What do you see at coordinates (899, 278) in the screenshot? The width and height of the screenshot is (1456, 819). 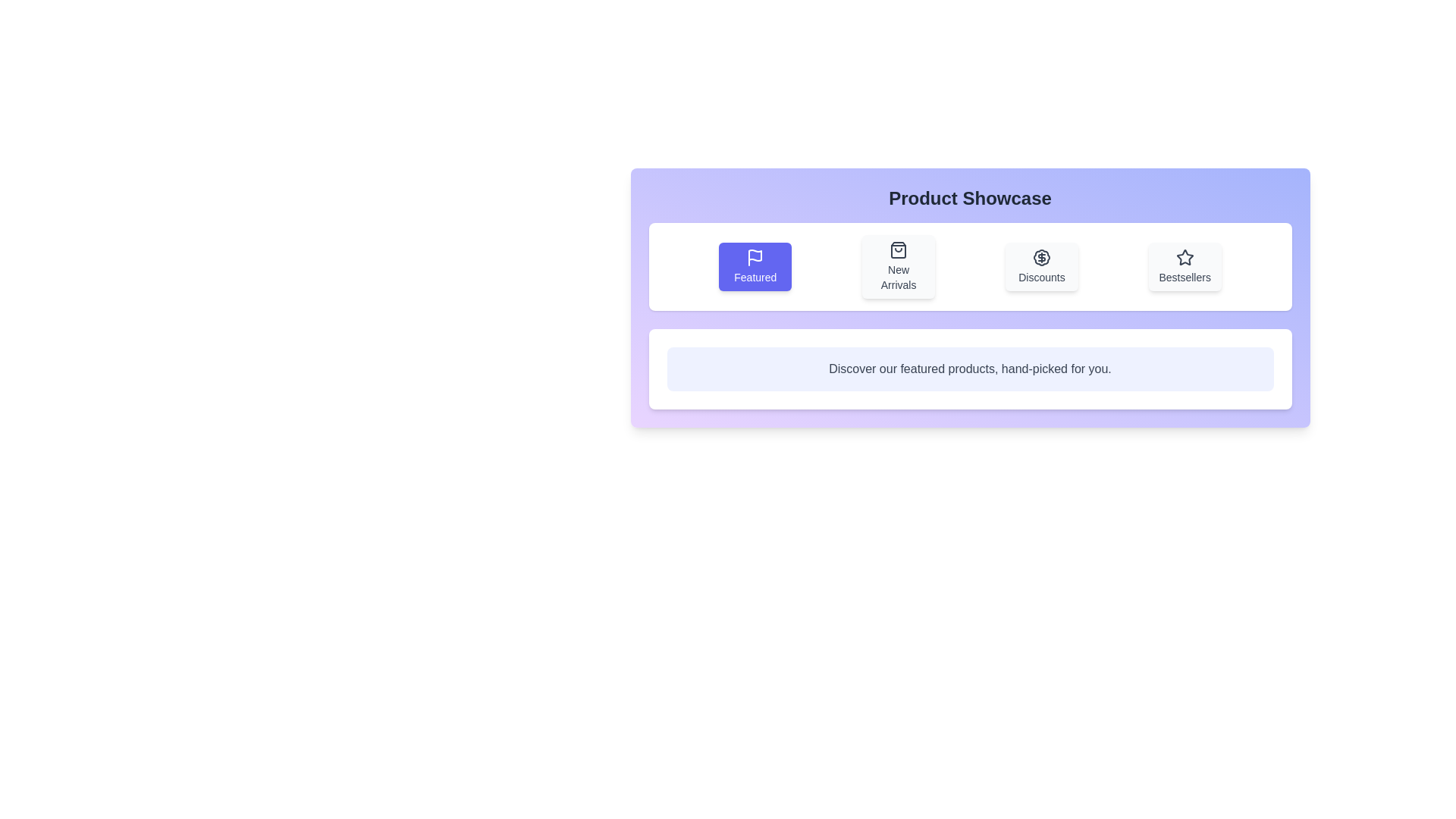 I see `the 'New Arrivals' text label, which is displayed in a medium-sized font with a dark color within a card component in the 'Product Showcase' section` at bounding box center [899, 278].